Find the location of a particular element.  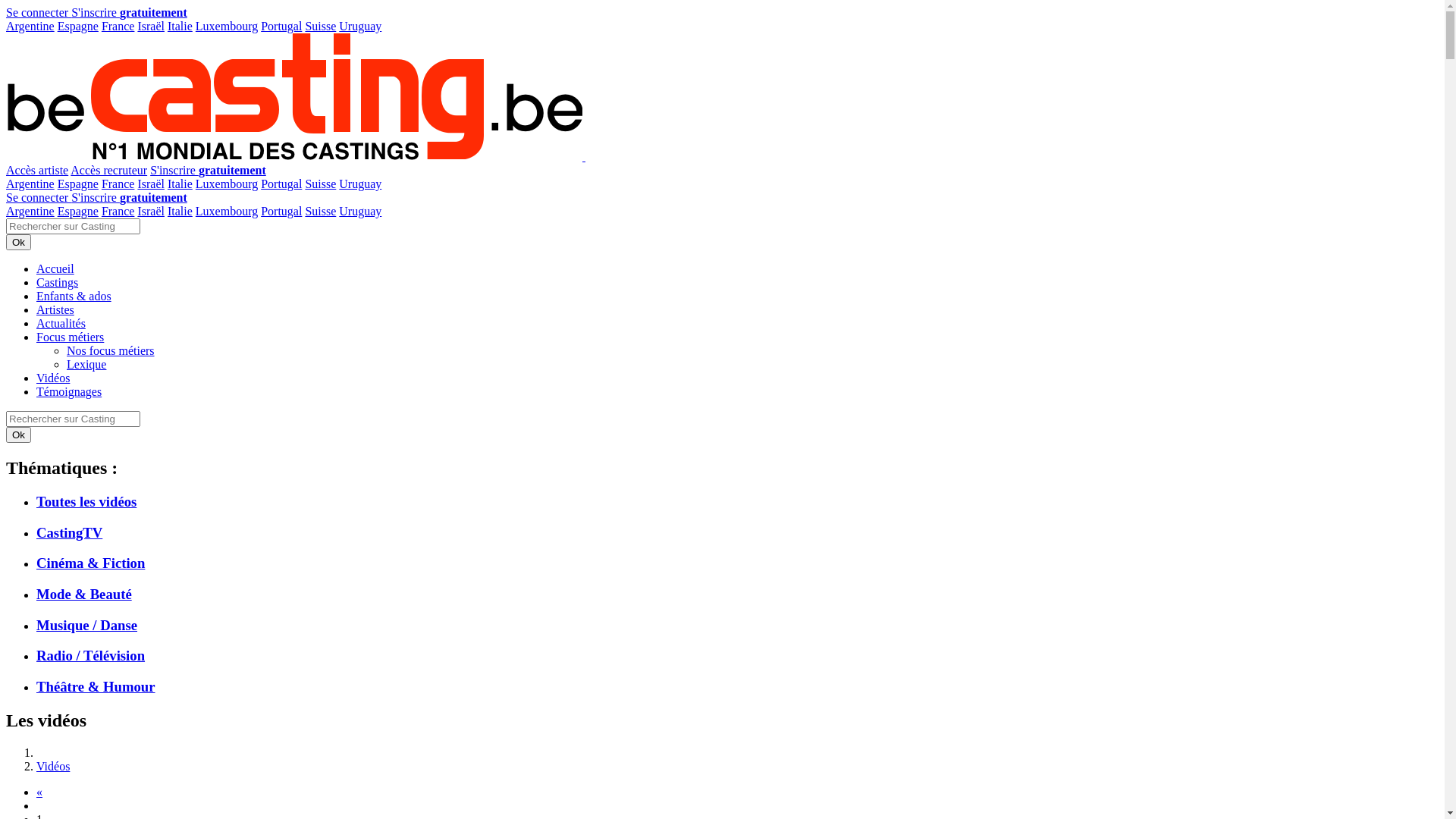

'Artistes' is located at coordinates (55, 309).